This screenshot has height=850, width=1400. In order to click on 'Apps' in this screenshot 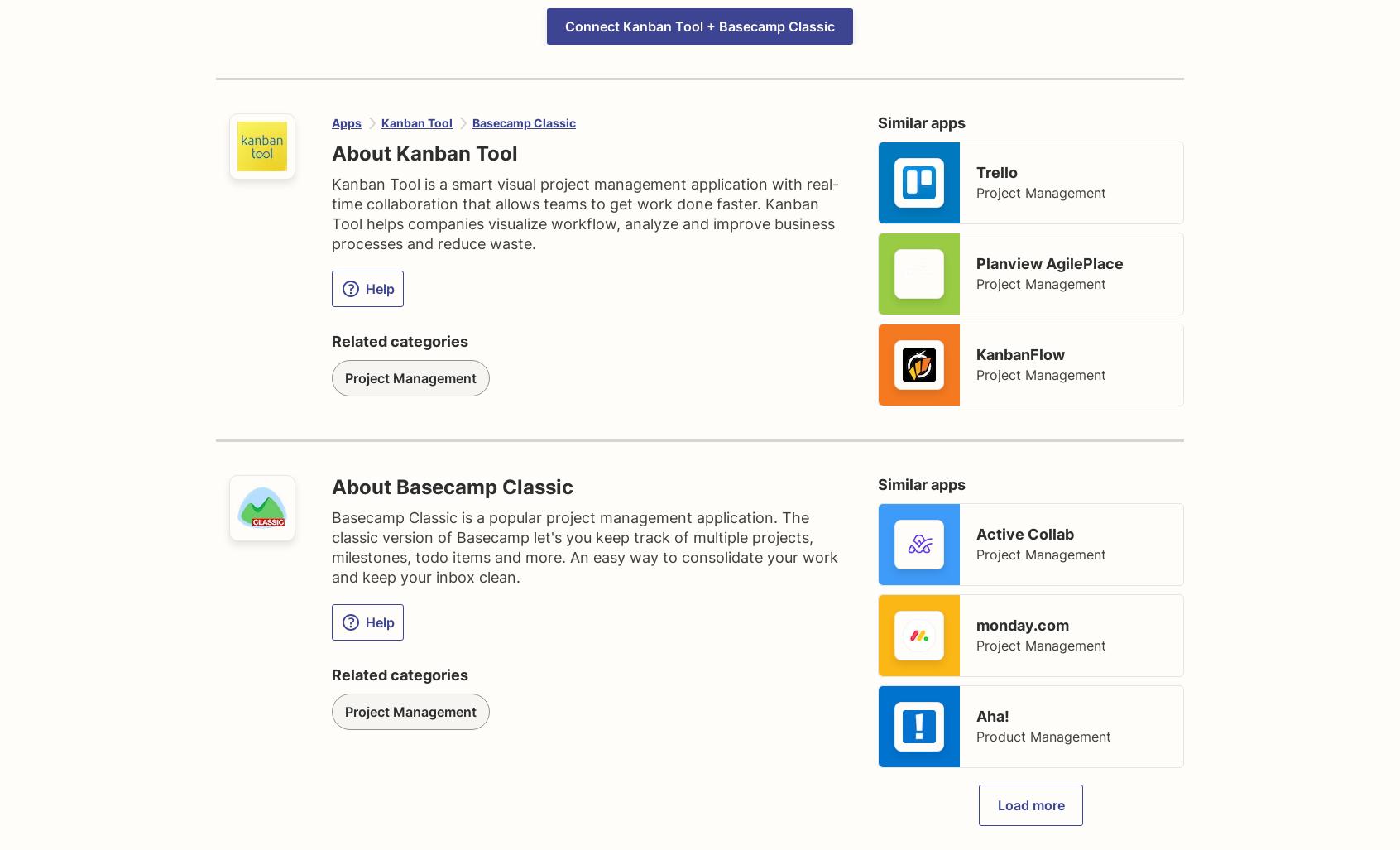, I will do `click(346, 122)`.